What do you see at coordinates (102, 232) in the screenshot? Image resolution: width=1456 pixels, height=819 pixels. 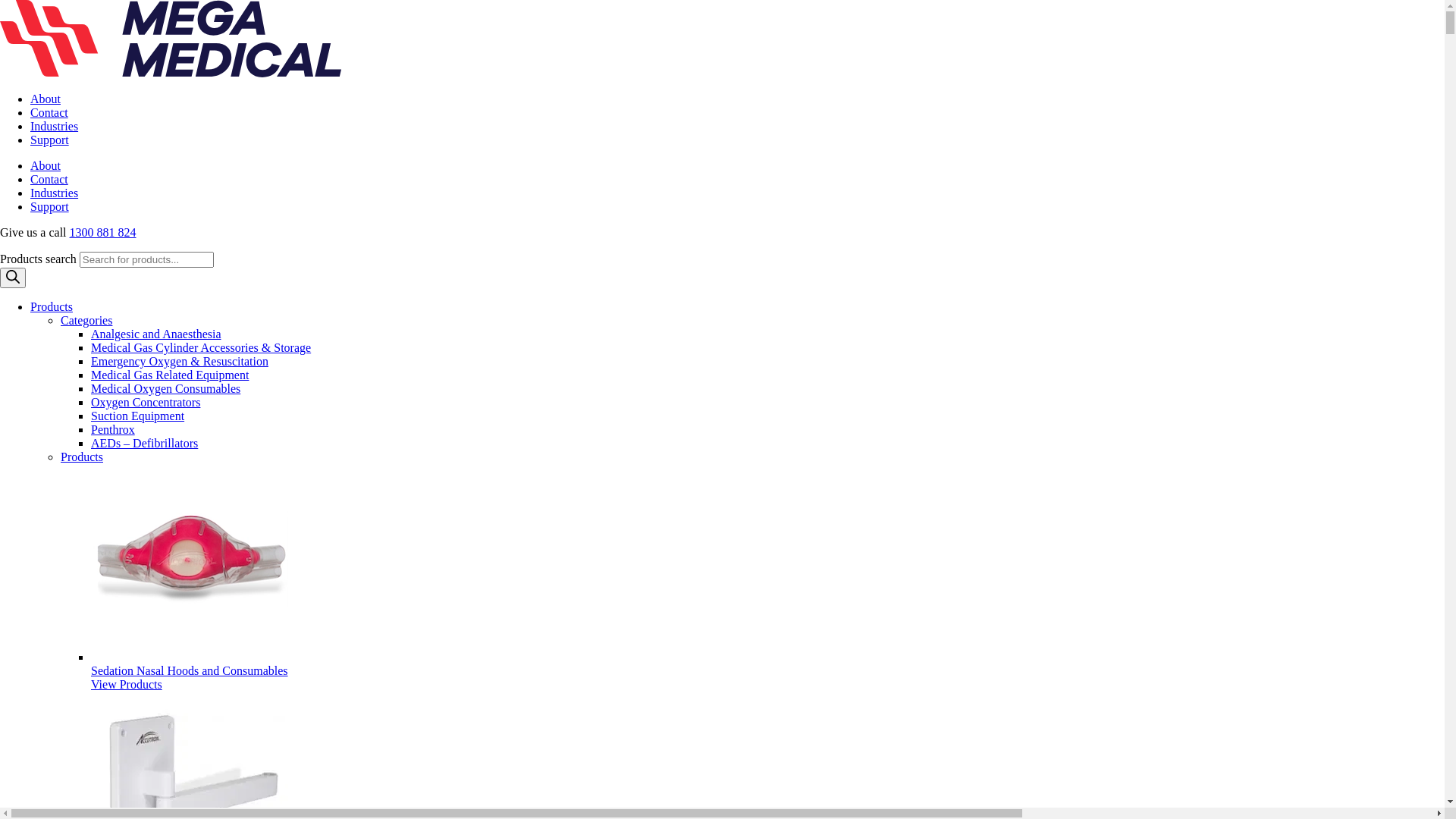 I see `'1300 881 824'` at bounding box center [102, 232].